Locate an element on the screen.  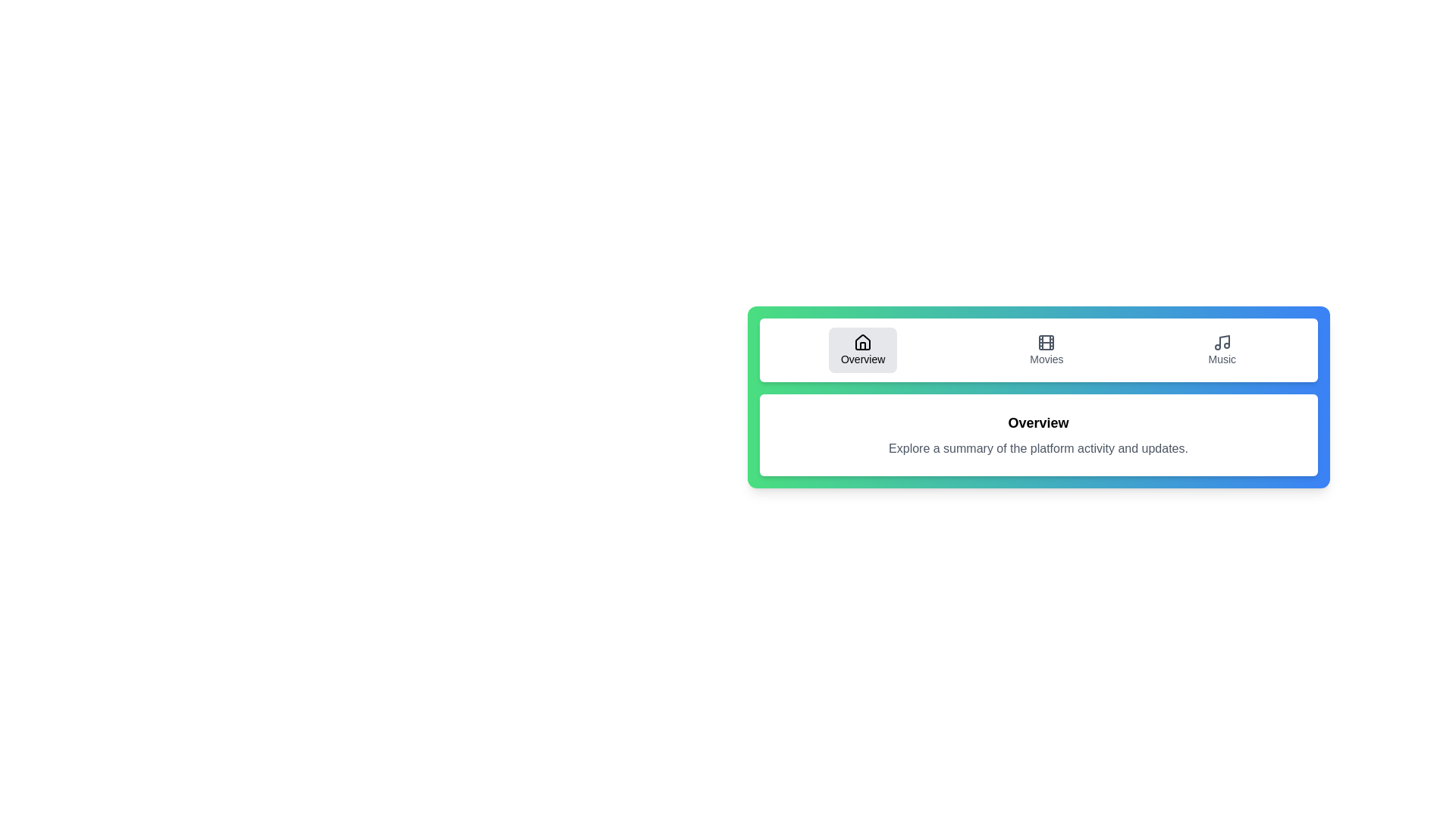
the Overview tab by clicking on it is located at coordinates (863, 350).